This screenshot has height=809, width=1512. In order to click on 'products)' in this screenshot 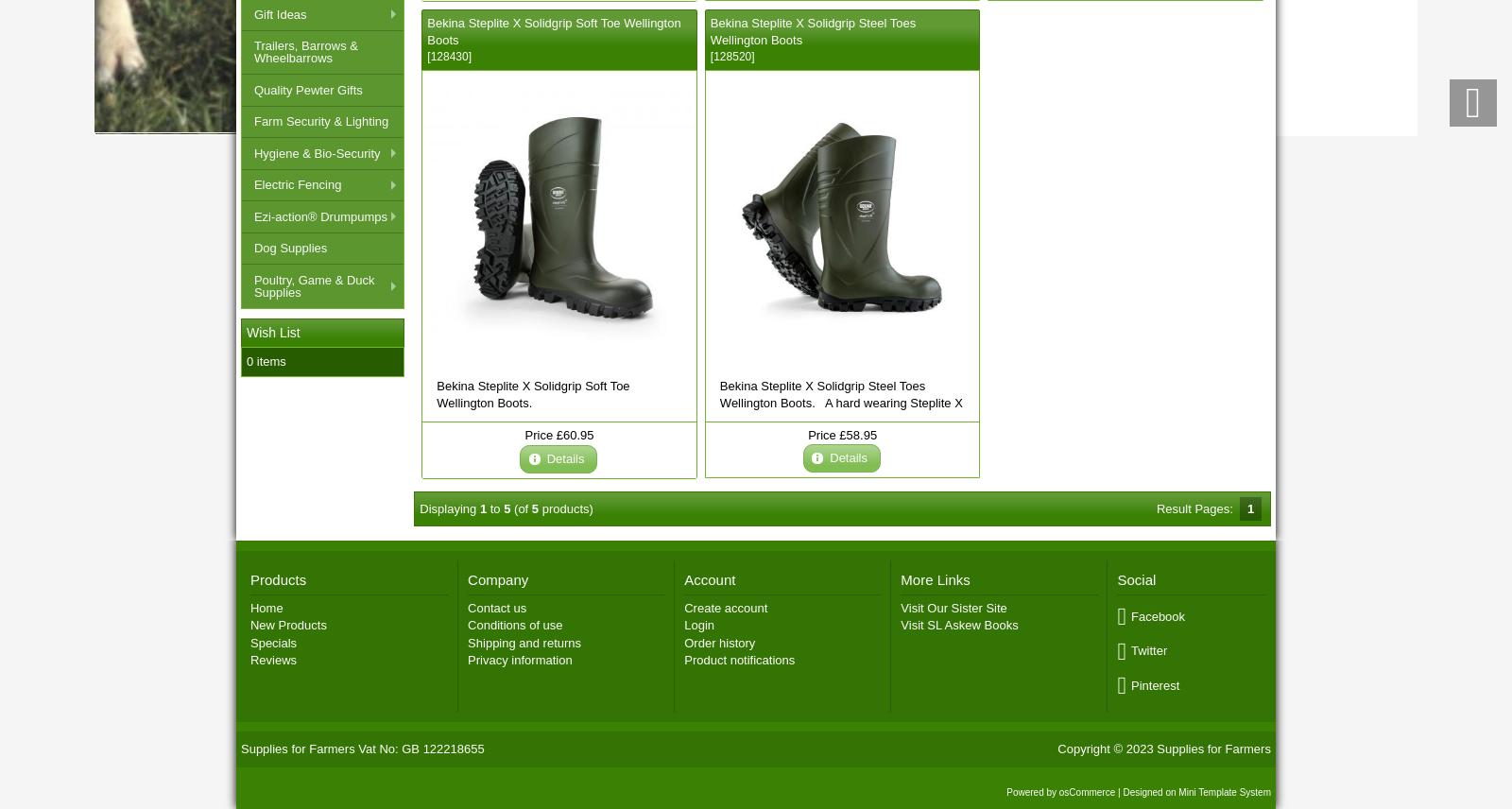, I will do `click(564, 508)`.